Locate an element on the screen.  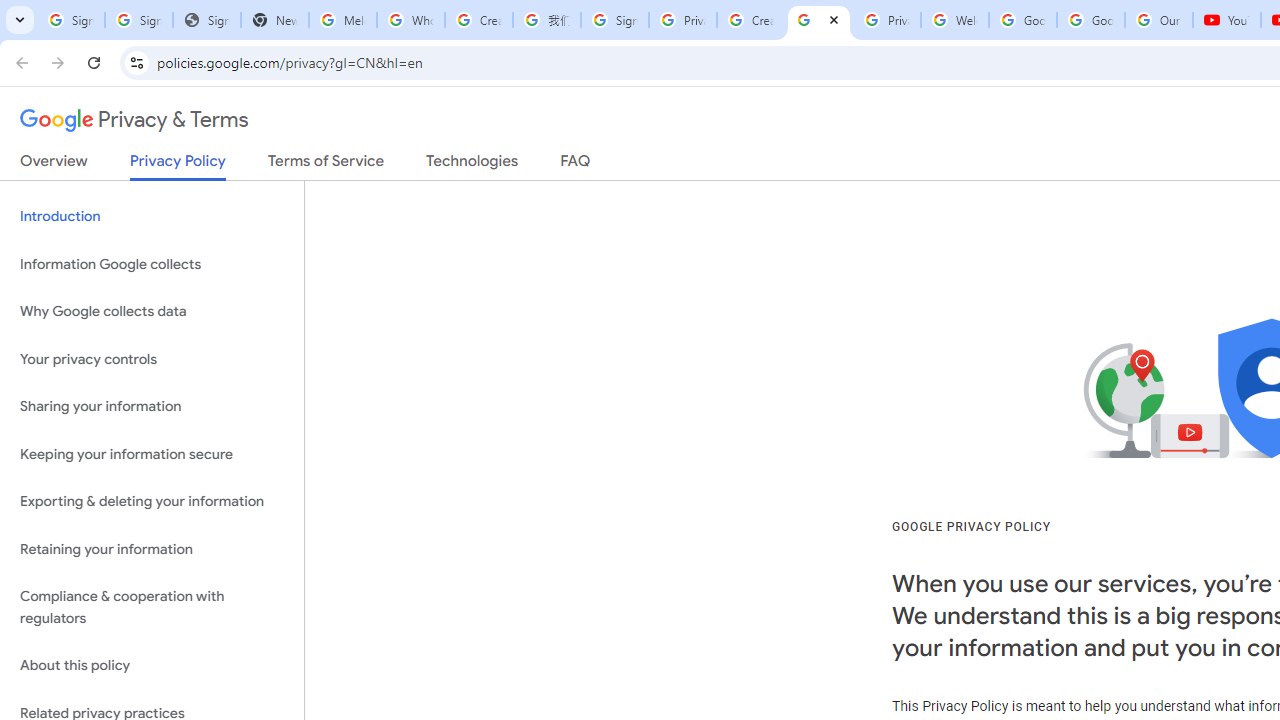
'YouTube' is located at coordinates (1225, 20).